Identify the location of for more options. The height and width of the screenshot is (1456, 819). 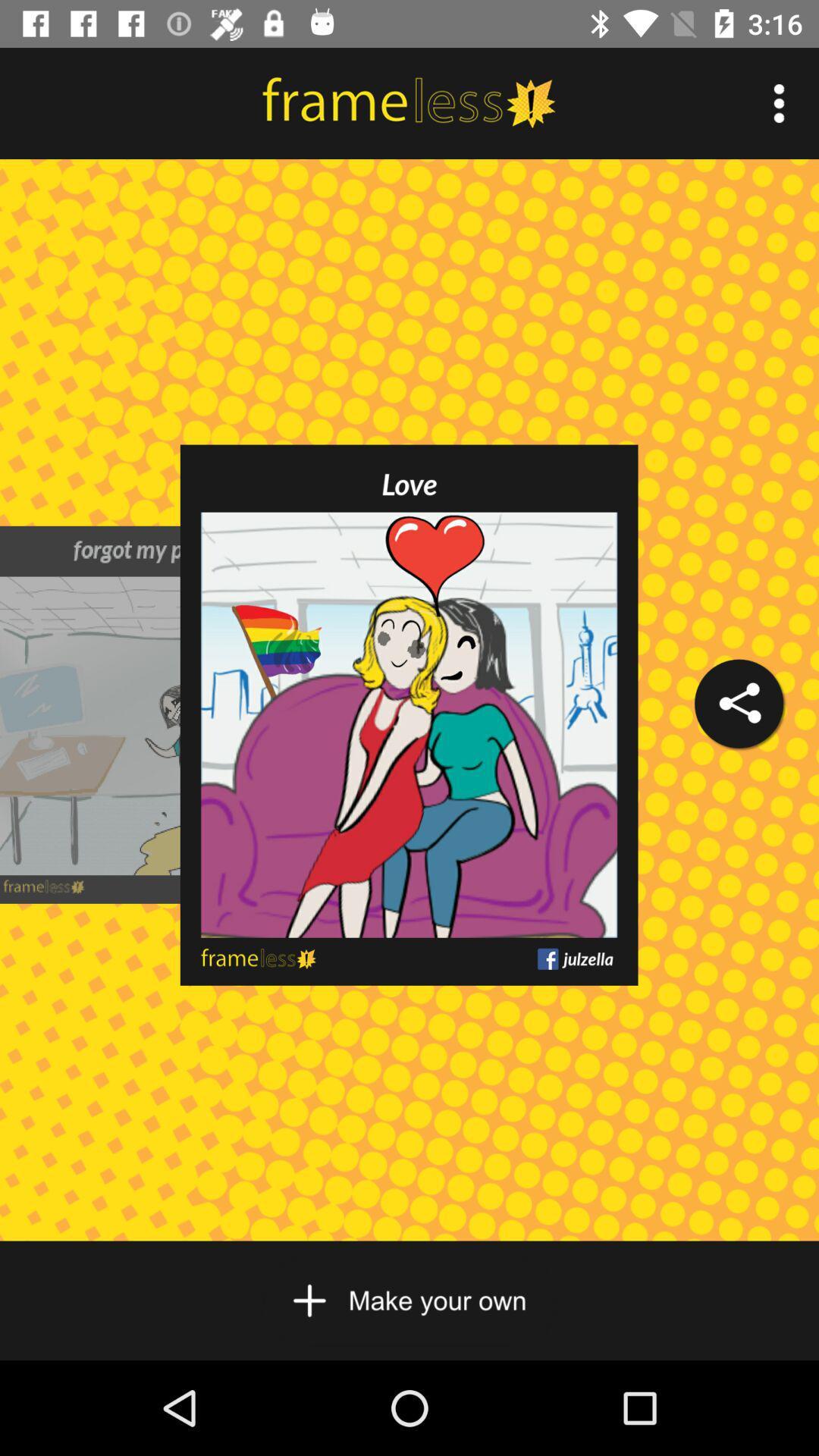
(779, 102).